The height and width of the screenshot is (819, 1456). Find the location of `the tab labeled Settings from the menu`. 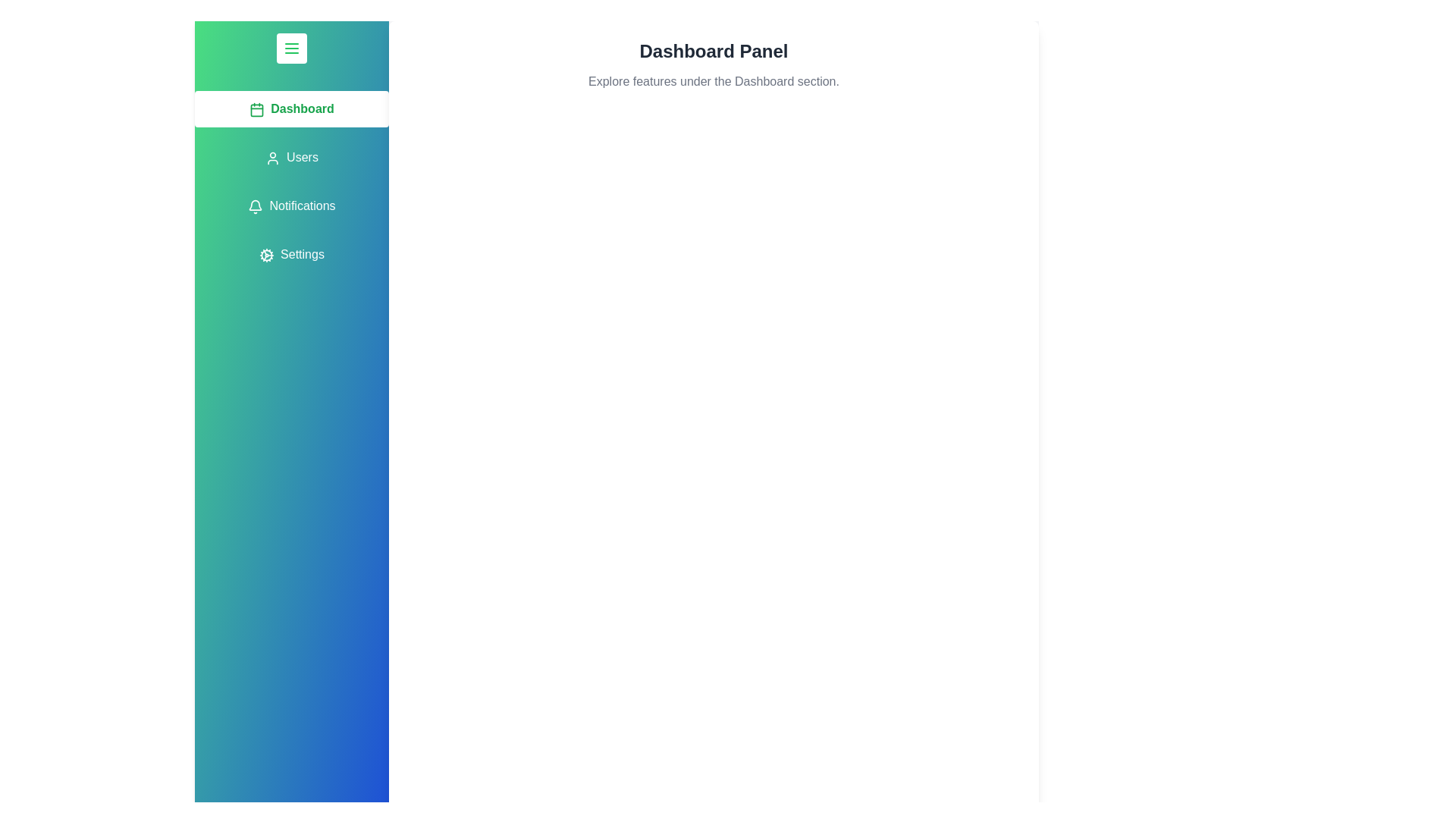

the tab labeled Settings from the menu is located at coordinates (291, 253).